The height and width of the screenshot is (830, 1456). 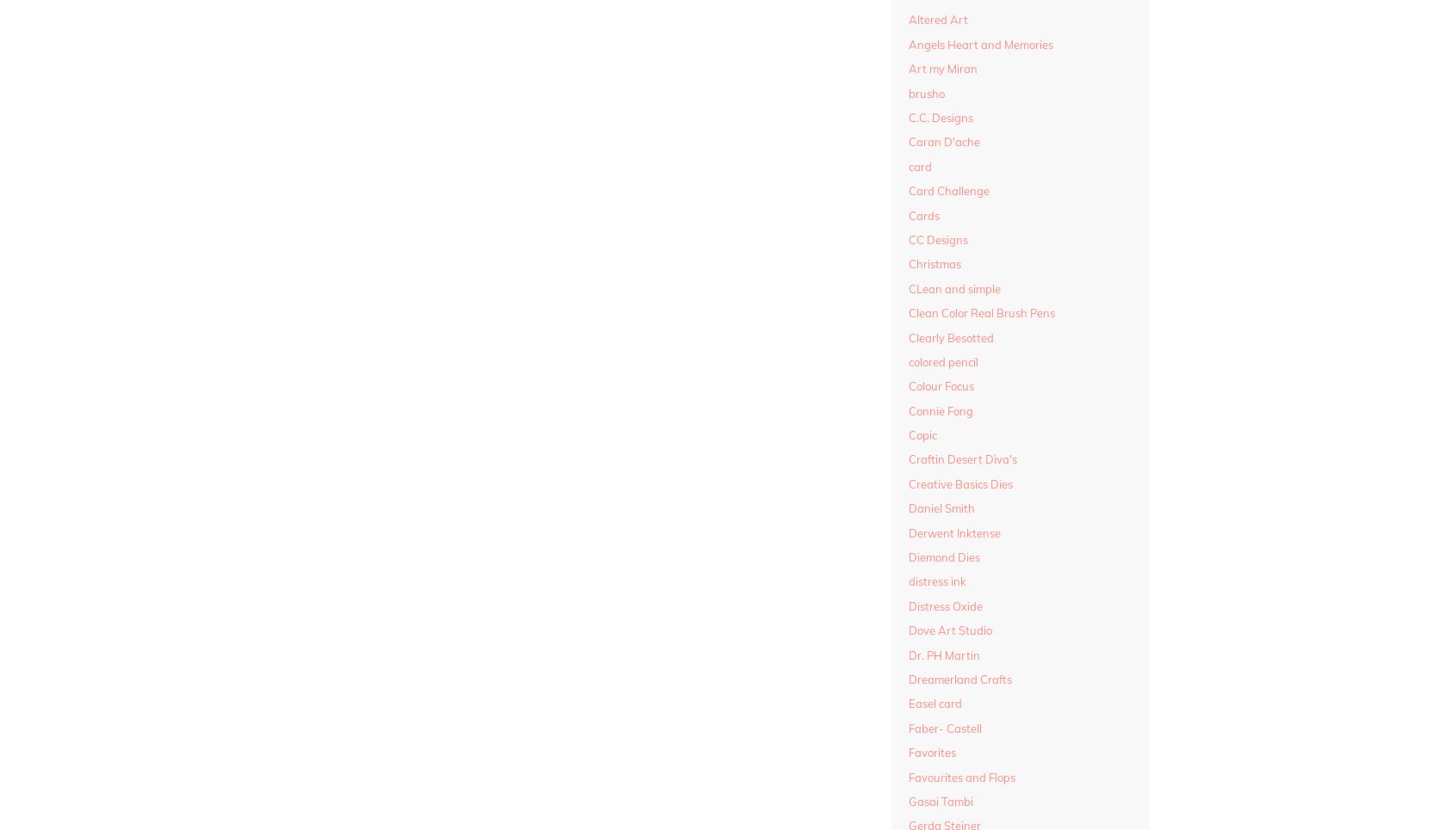 What do you see at coordinates (940, 801) in the screenshot?
I see `'Gasai Tambi'` at bounding box center [940, 801].